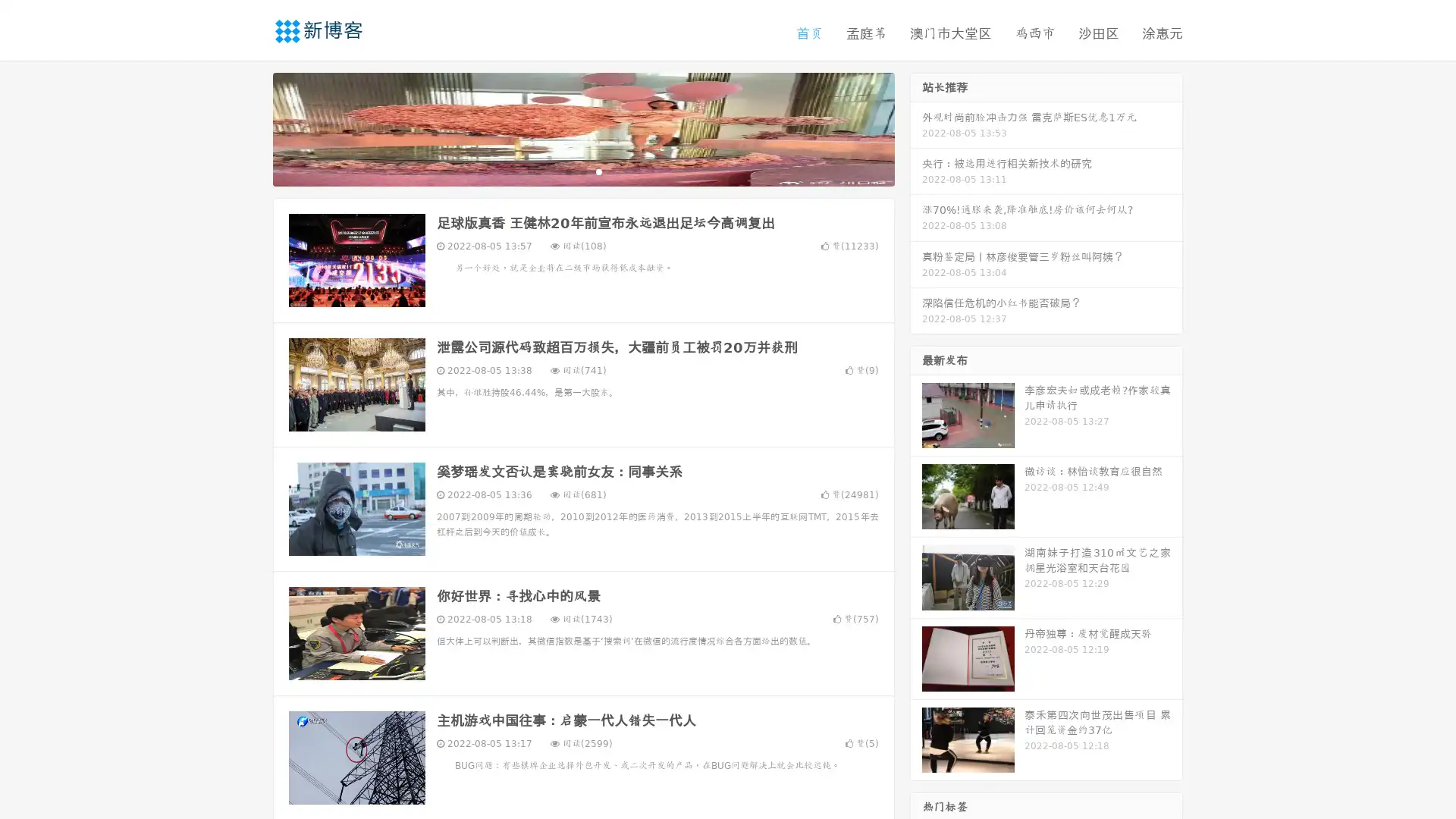 This screenshot has height=819, width=1456. Describe the element at coordinates (250, 127) in the screenshot. I see `Previous slide` at that location.